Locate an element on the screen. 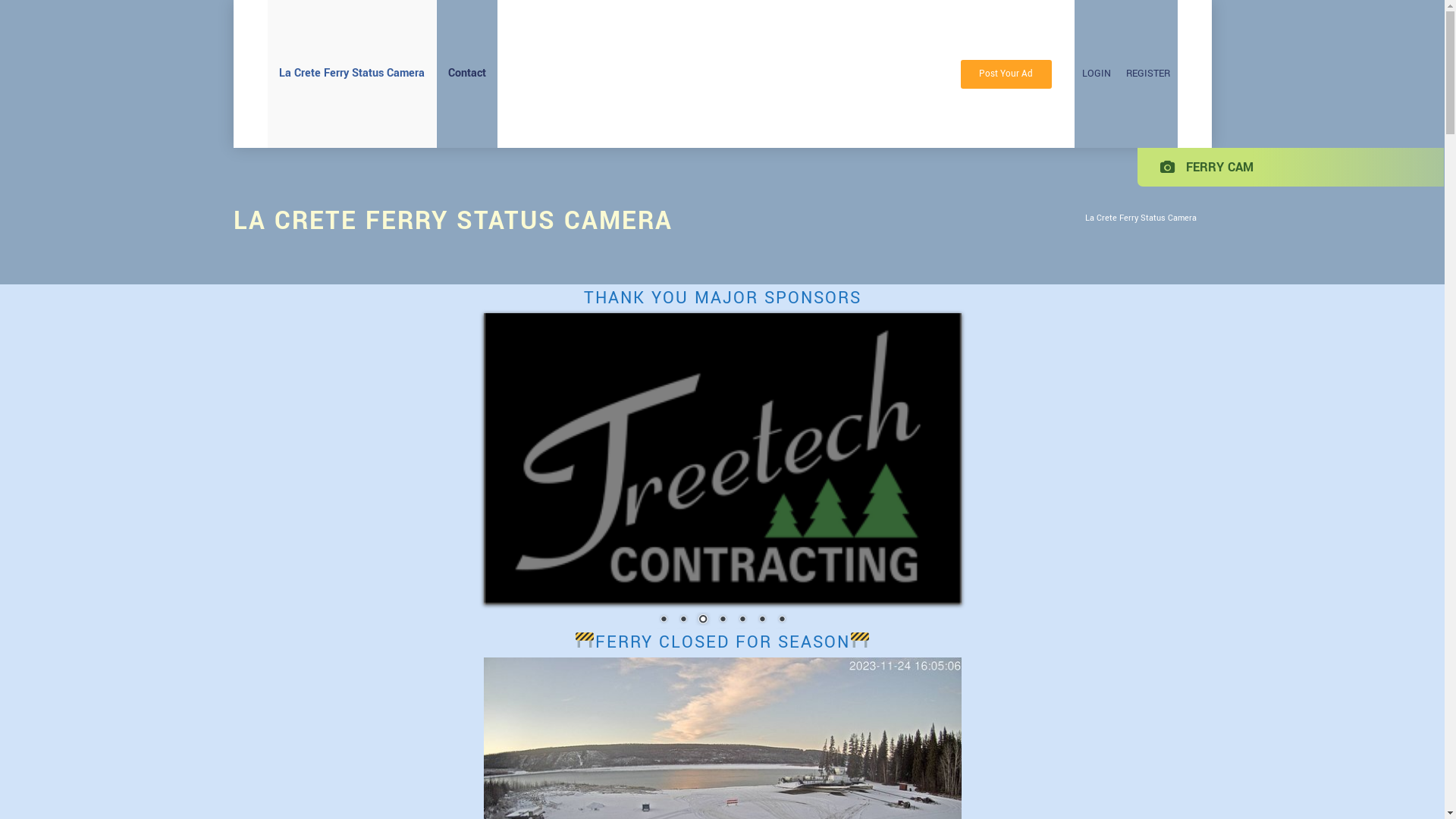 This screenshot has width=1456, height=819. '2' is located at coordinates (682, 620).